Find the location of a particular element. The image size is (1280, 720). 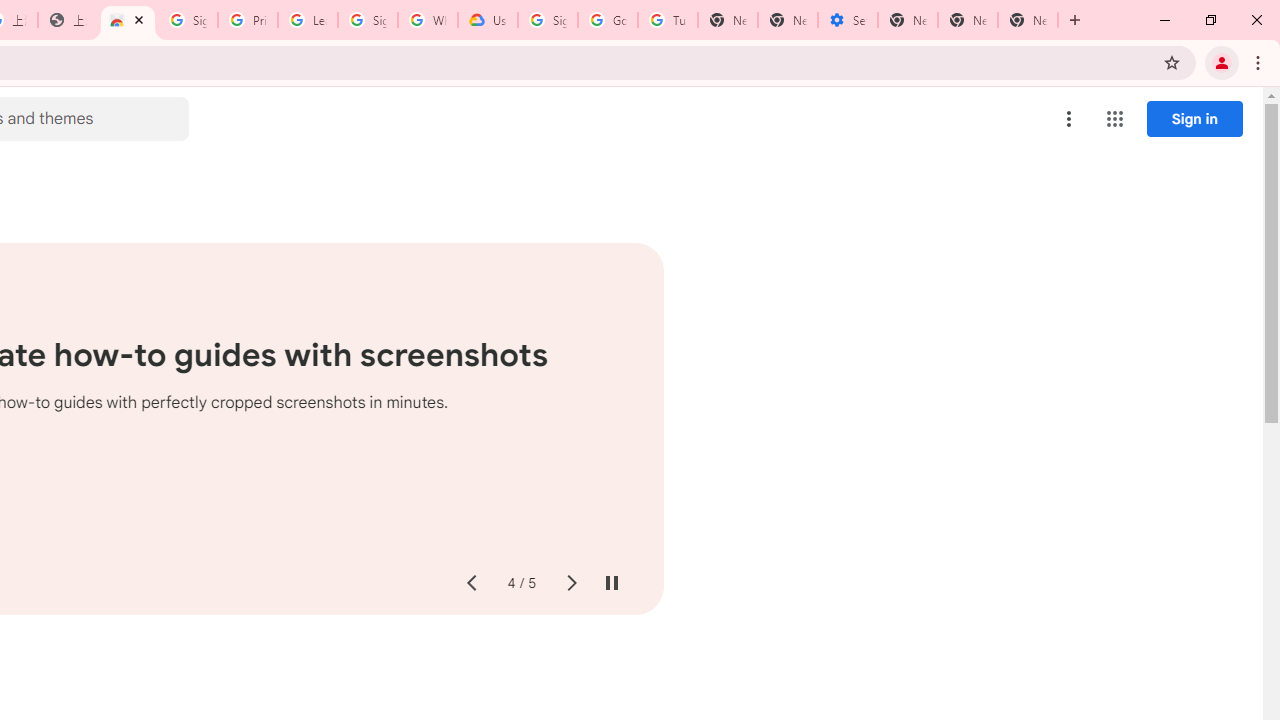

'Who are Google' is located at coordinates (427, 20).